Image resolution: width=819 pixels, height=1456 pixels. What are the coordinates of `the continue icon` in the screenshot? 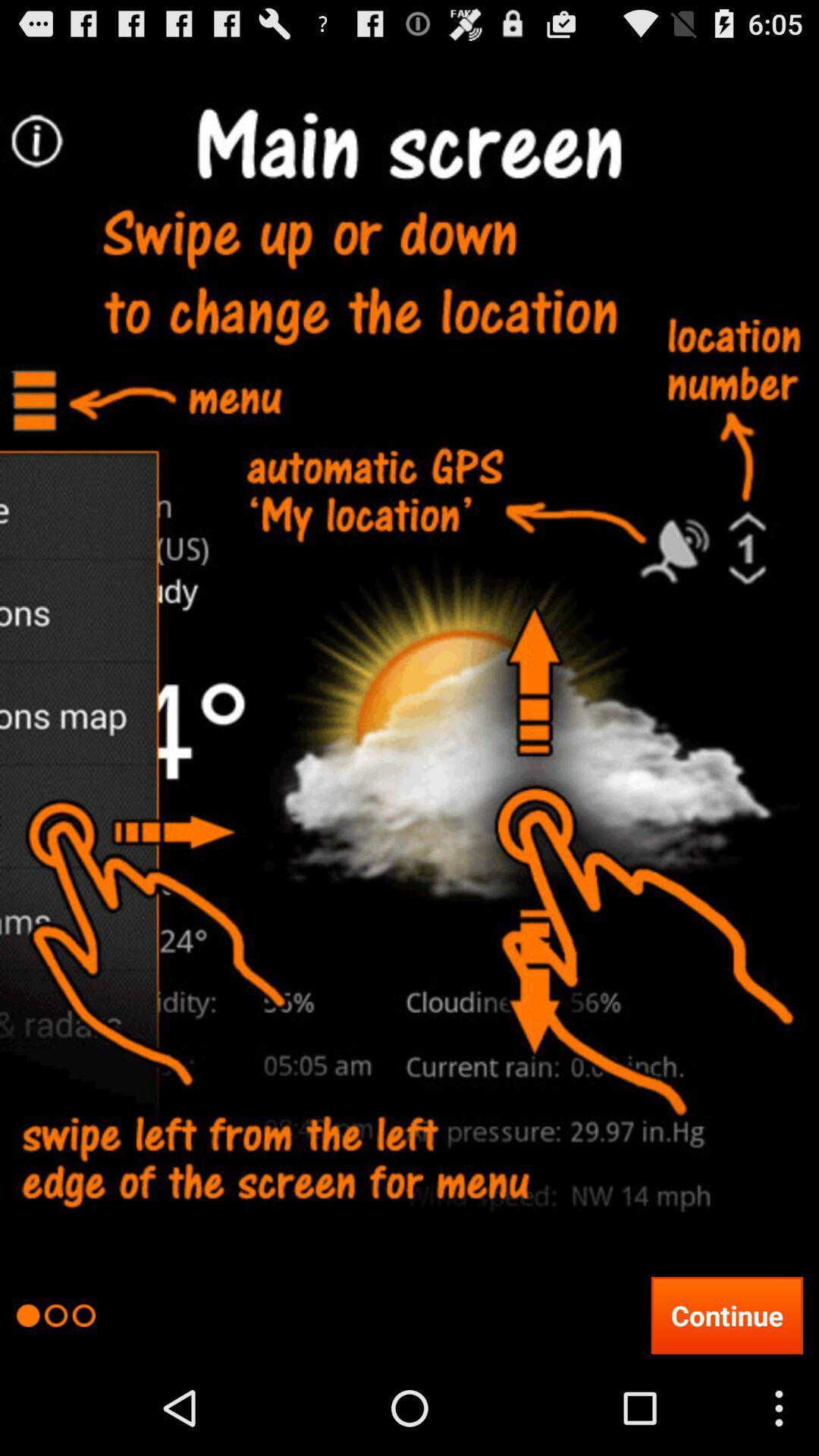 It's located at (726, 1314).